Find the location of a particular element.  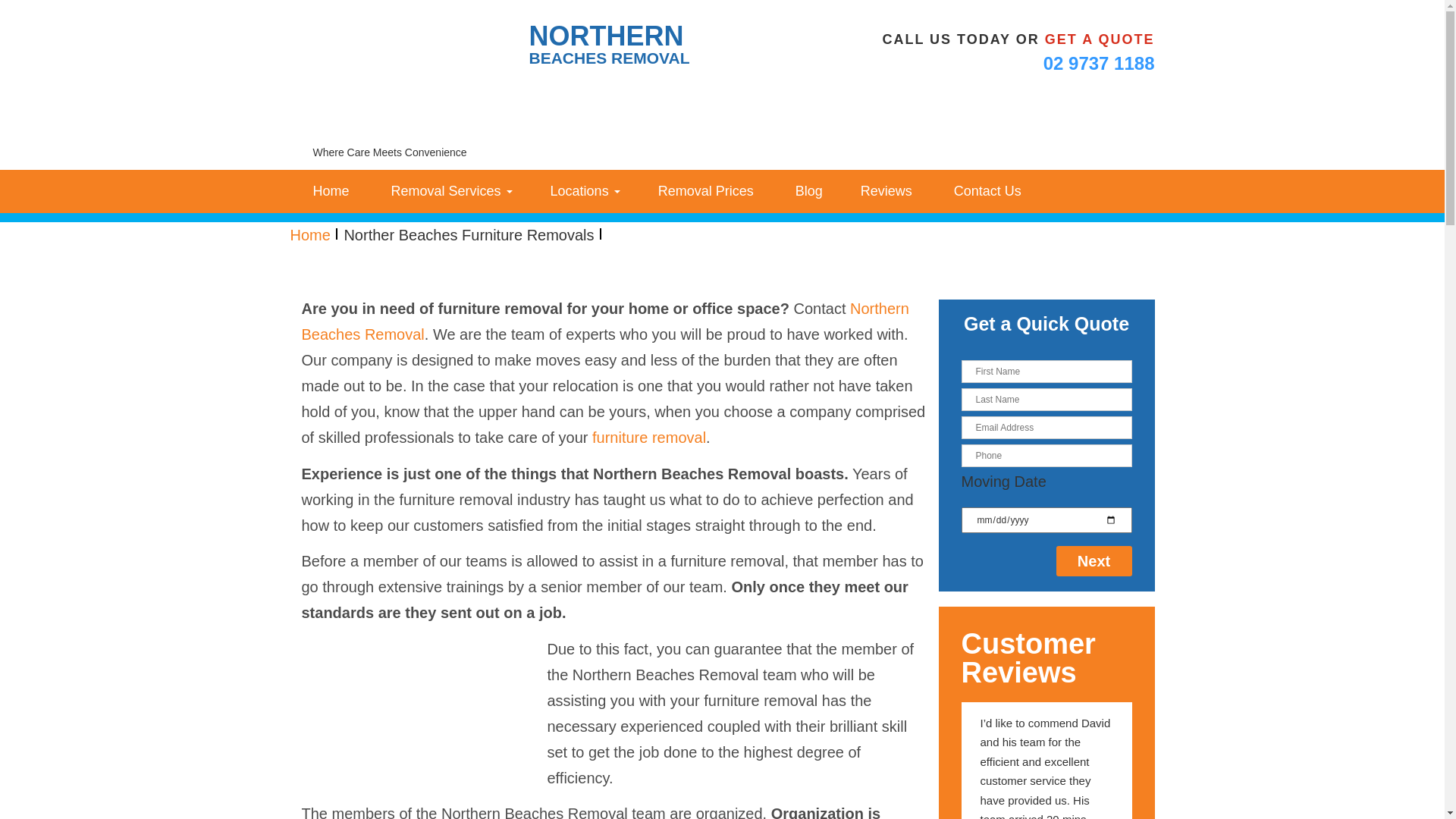

'Reviews' is located at coordinates (860, 190).